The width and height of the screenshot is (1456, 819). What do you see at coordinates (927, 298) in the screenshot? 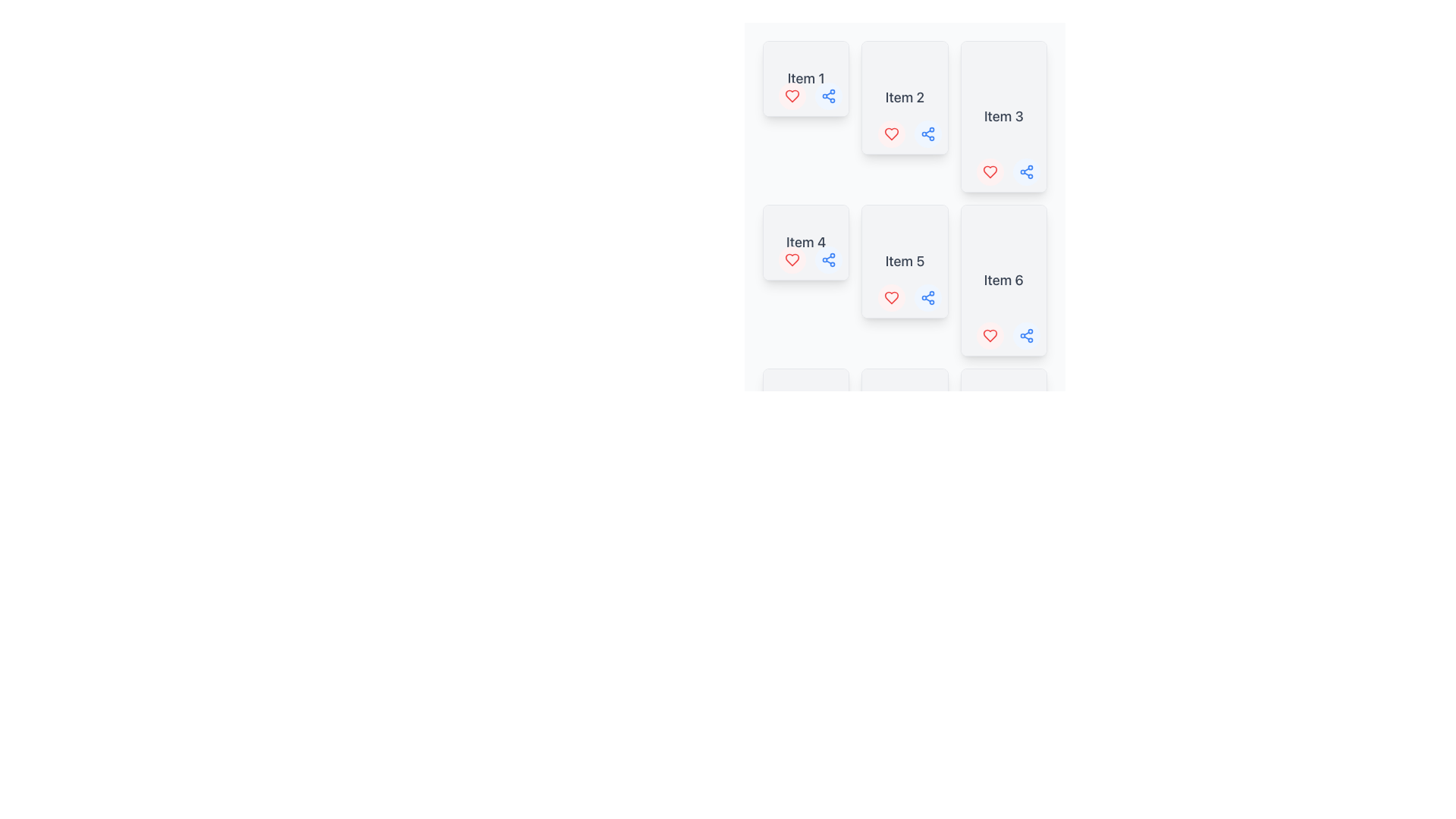
I see `the Share Button Icon, which is a blue circular outline positioned at the bottom-right corner of the 'Item 5' panel, to initiate sharing` at bounding box center [927, 298].